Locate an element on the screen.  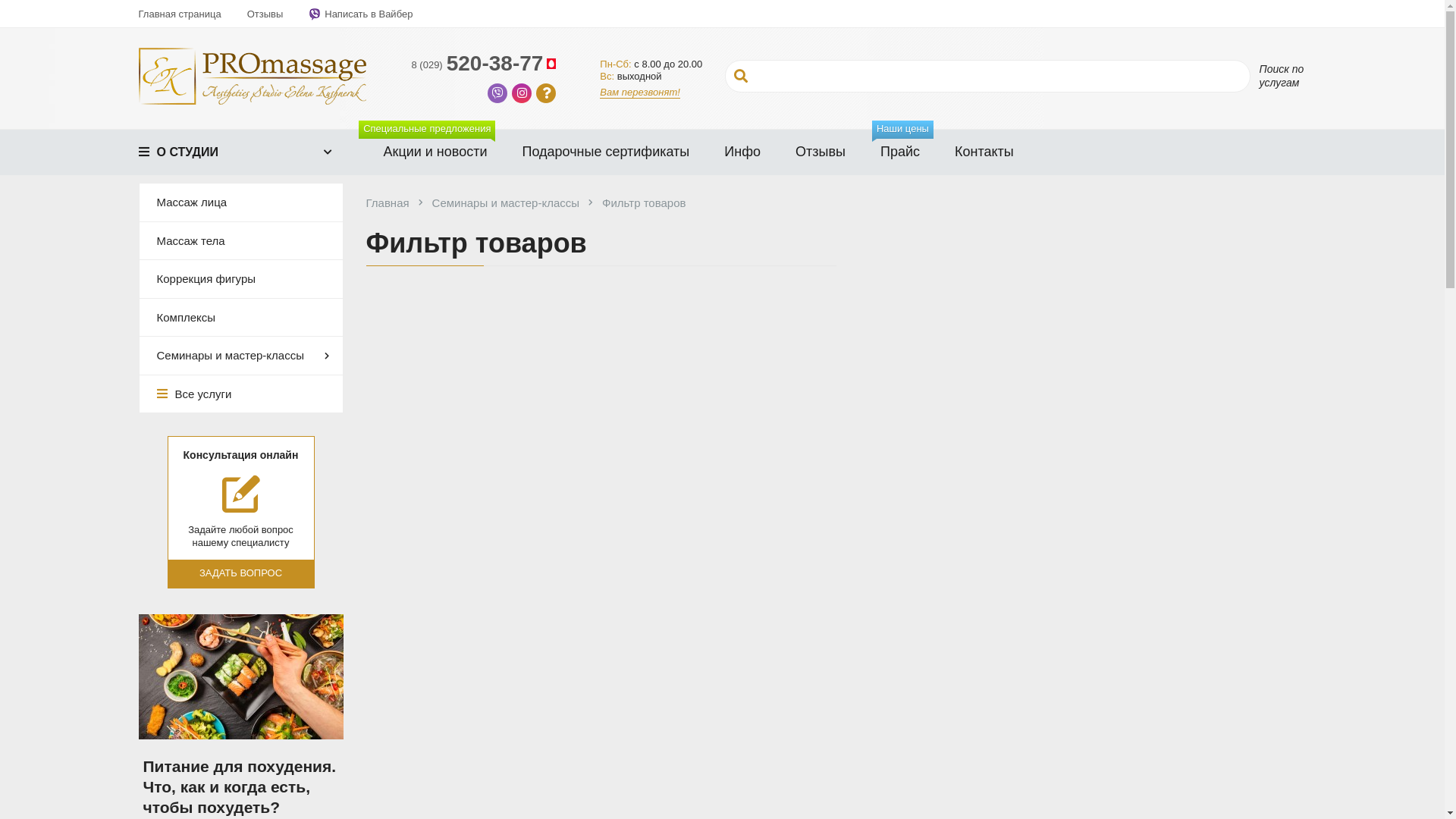
'8 (029) is located at coordinates (483, 63).